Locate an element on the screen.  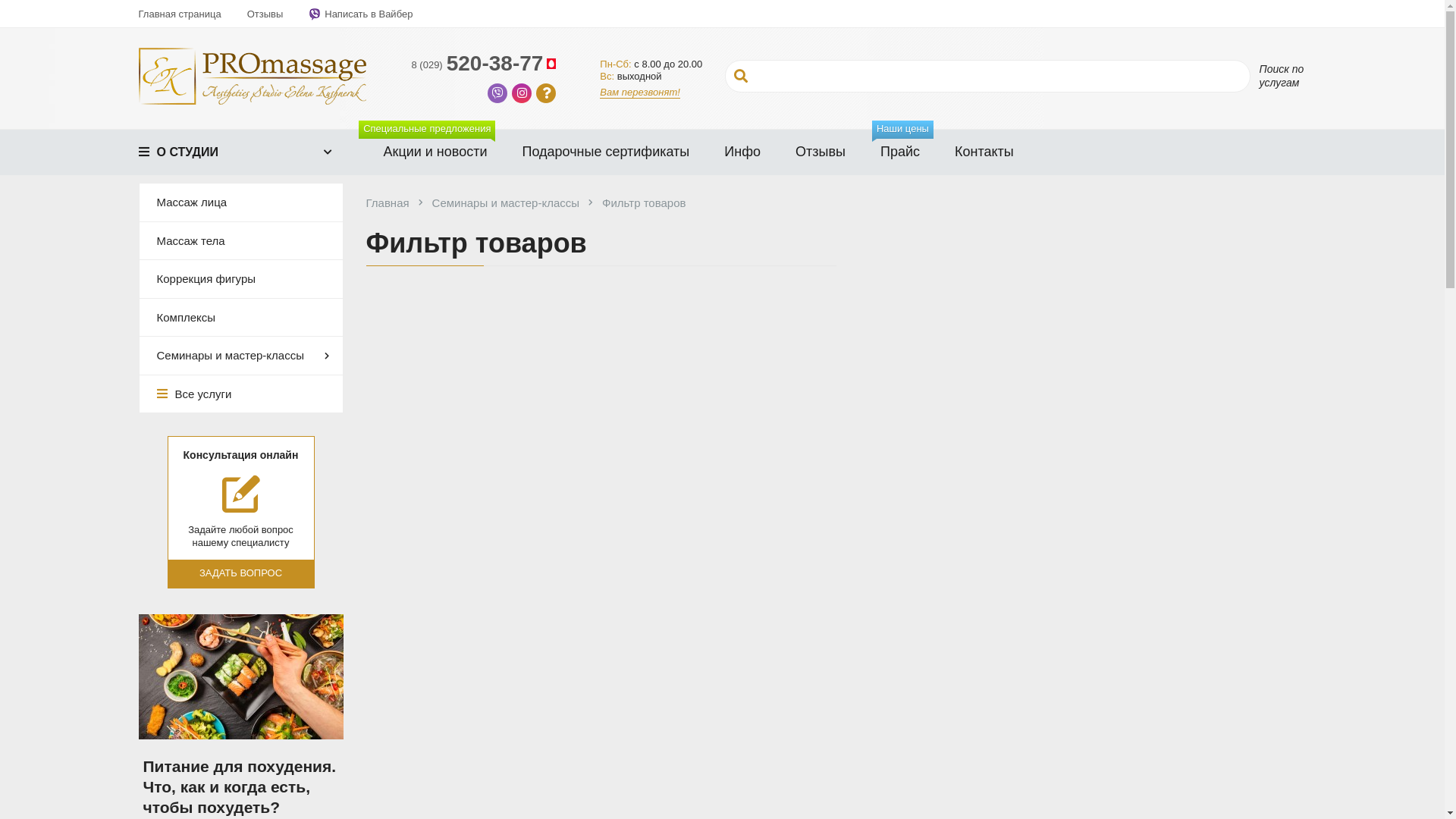
'8 (029) is located at coordinates (483, 63).